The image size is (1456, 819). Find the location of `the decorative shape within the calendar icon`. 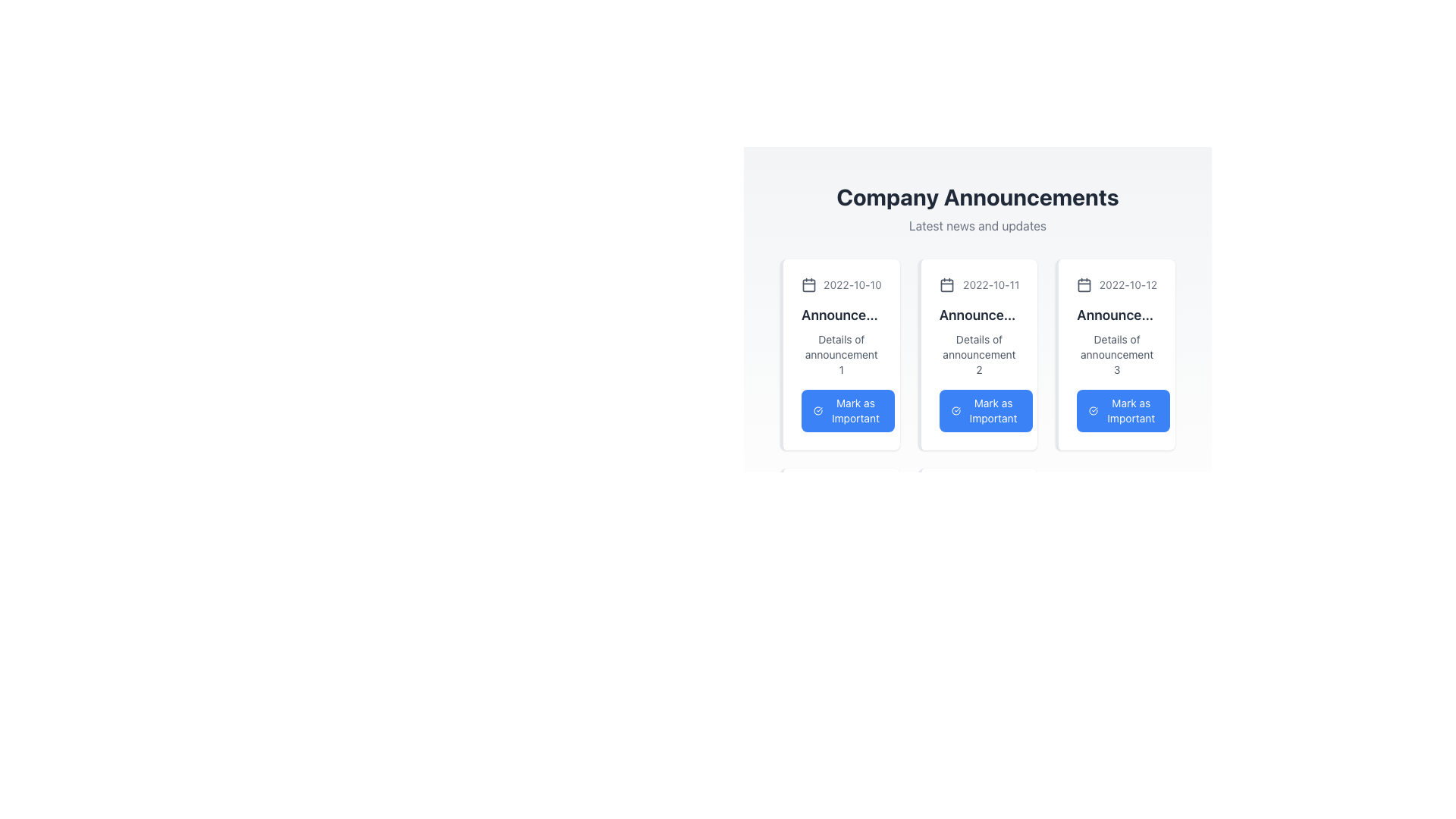

the decorative shape within the calendar icon is located at coordinates (808, 284).